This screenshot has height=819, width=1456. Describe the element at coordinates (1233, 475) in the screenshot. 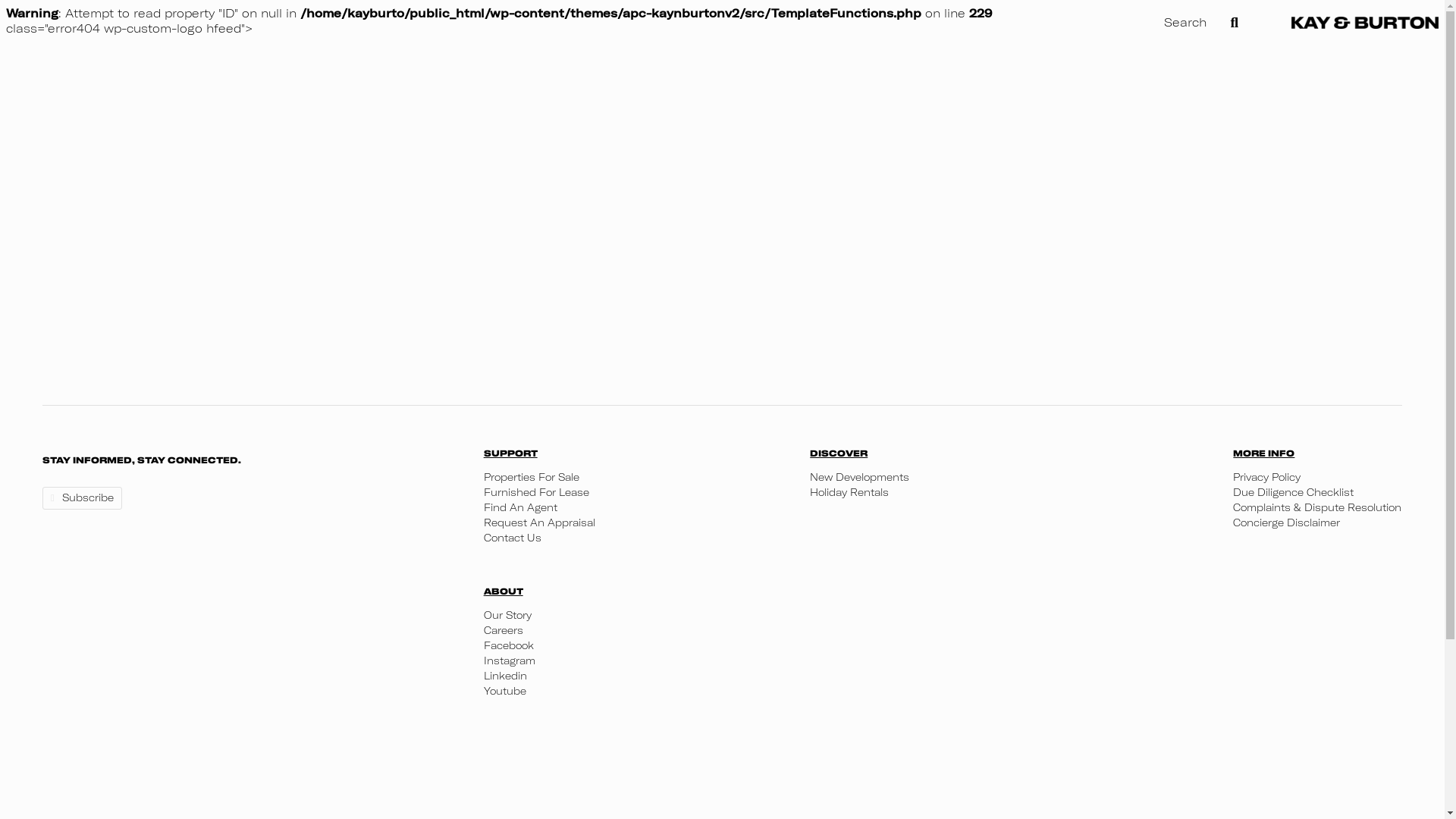

I see `'Privacy Policy'` at that location.